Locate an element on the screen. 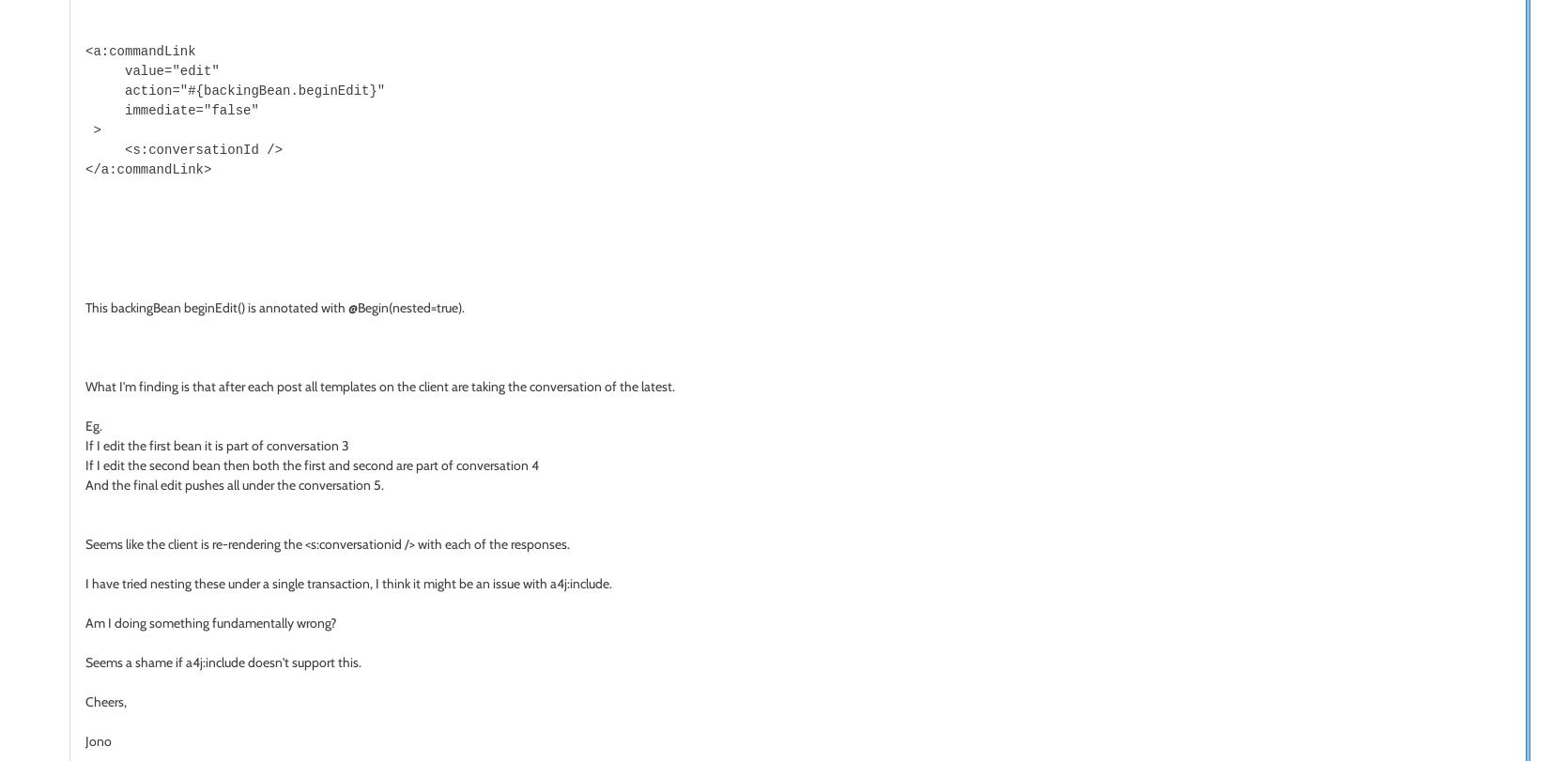 The height and width of the screenshot is (761, 1568). 'Eg.' is located at coordinates (93, 424).